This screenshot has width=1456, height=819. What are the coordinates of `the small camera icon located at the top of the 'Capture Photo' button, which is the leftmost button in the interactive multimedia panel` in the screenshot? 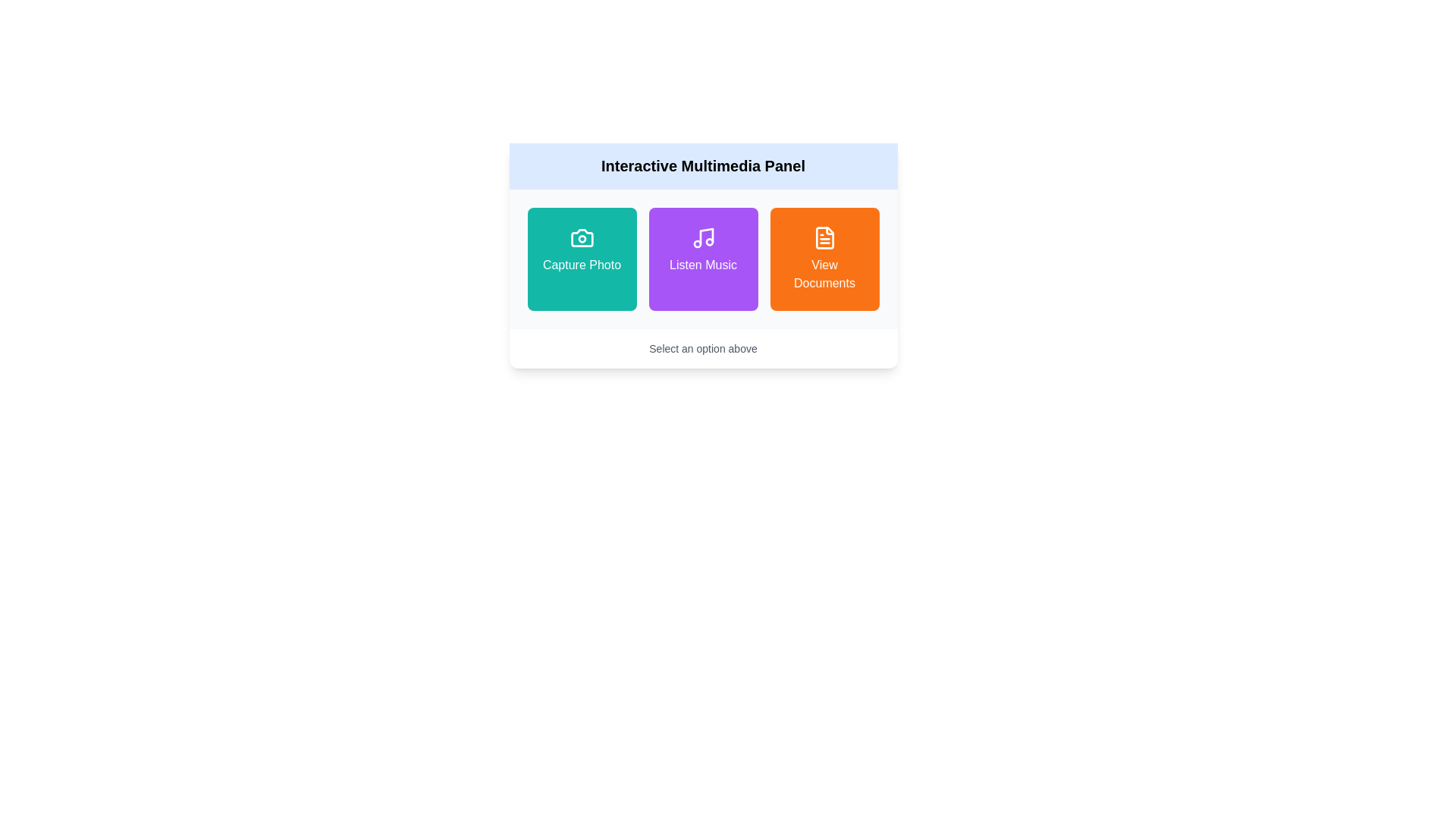 It's located at (581, 237).